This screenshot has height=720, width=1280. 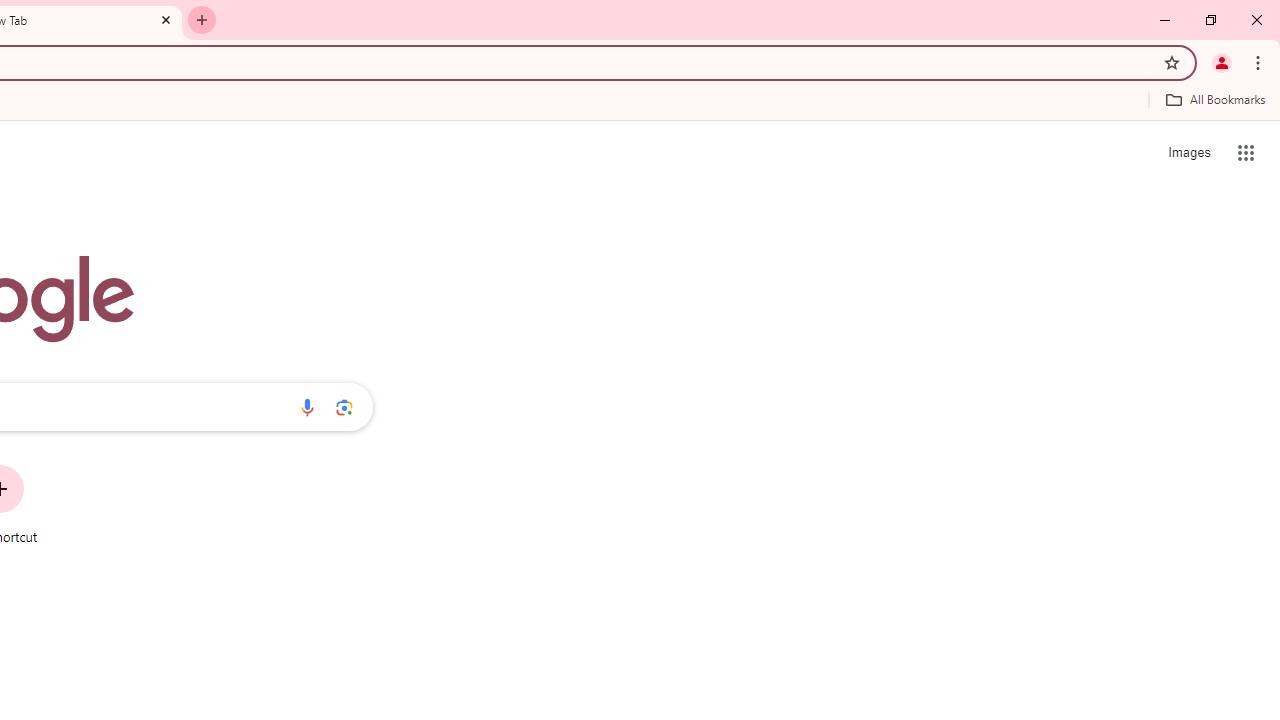 What do you see at coordinates (344, 406) in the screenshot?
I see `'Search by image'` at bounding box center [344, 406].